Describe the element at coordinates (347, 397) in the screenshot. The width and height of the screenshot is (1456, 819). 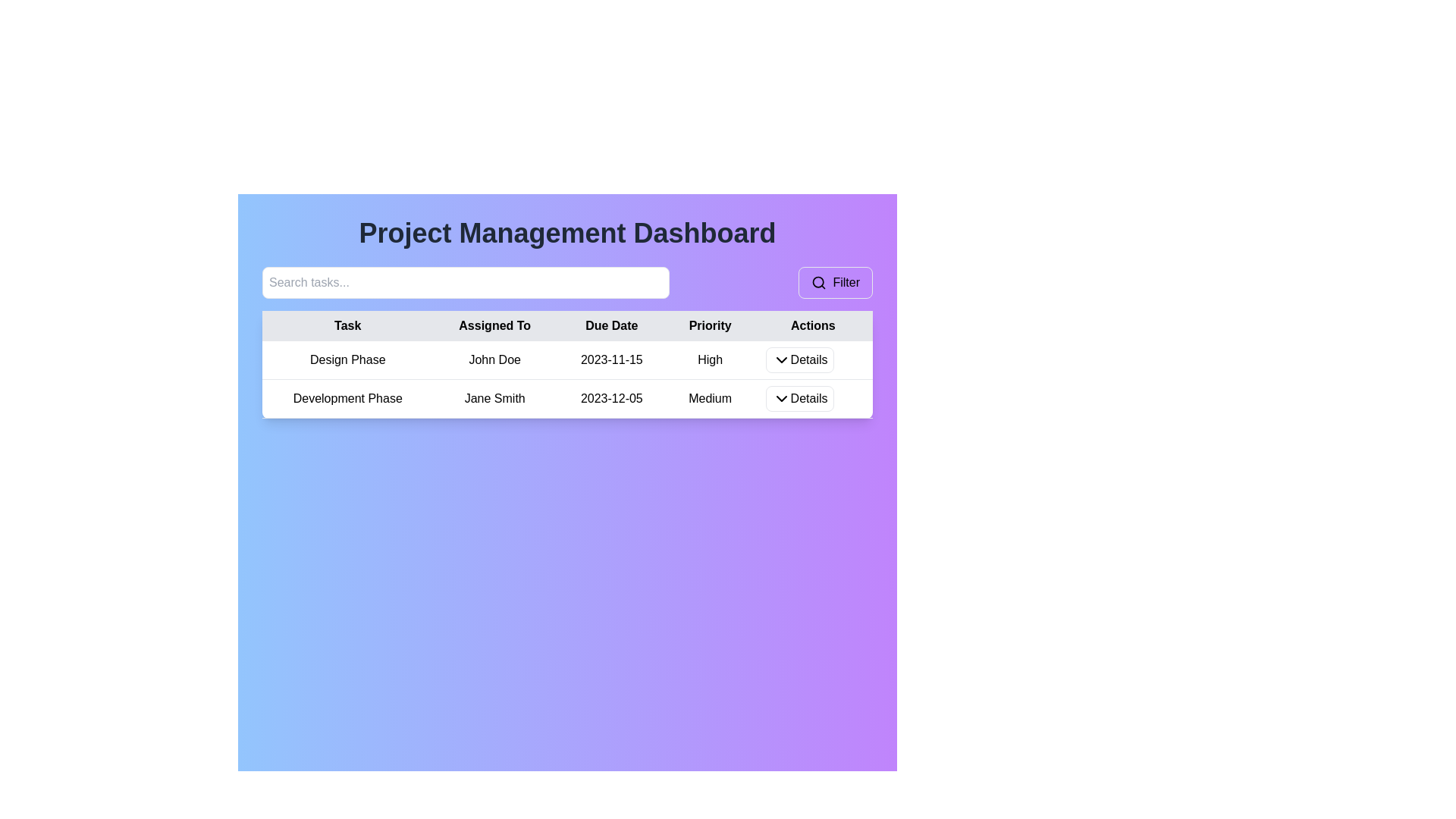
I see `the table cell` at that location.